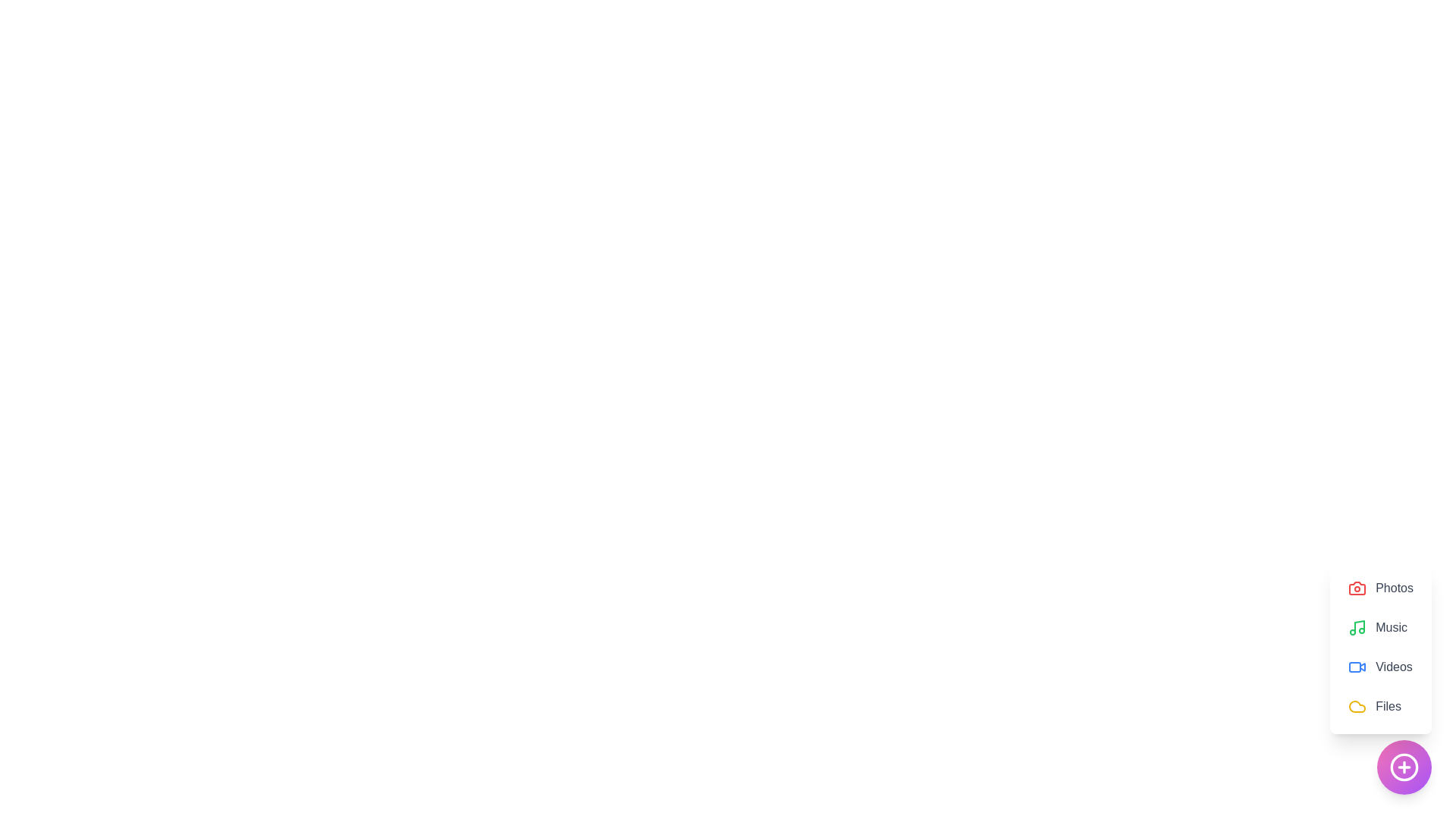 The image size is (1456, 819). What do you see at coordinates (1404, 767) in the screenshot?
I see `the floating action button to toggle the menu` at bounding box center [1404, 767].